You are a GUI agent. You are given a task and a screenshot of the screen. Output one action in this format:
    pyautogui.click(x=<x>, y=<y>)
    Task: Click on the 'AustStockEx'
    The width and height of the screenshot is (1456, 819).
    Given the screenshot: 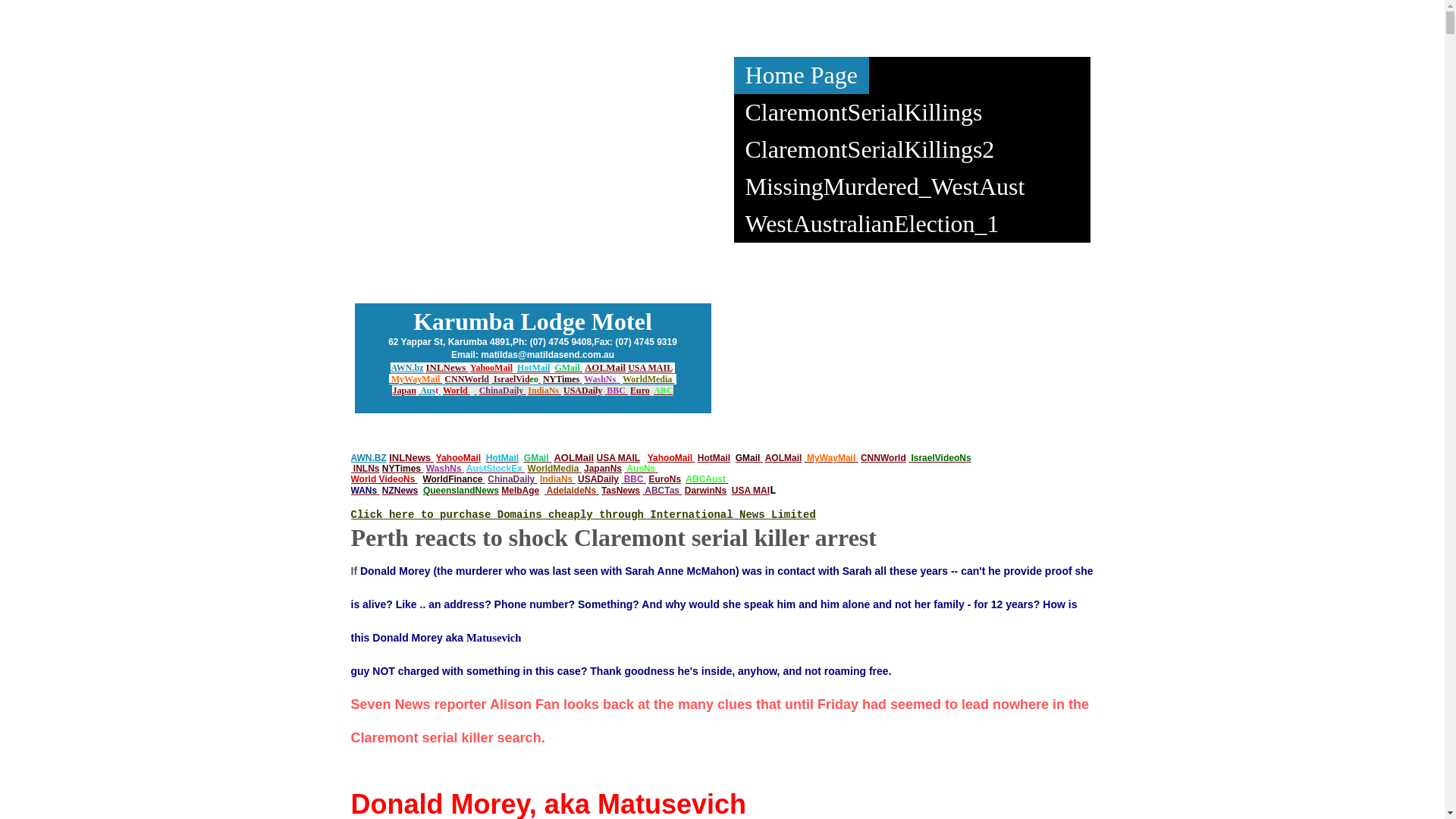 What is the action you would take?
    pyautogui.click(x=465, y=467)
    